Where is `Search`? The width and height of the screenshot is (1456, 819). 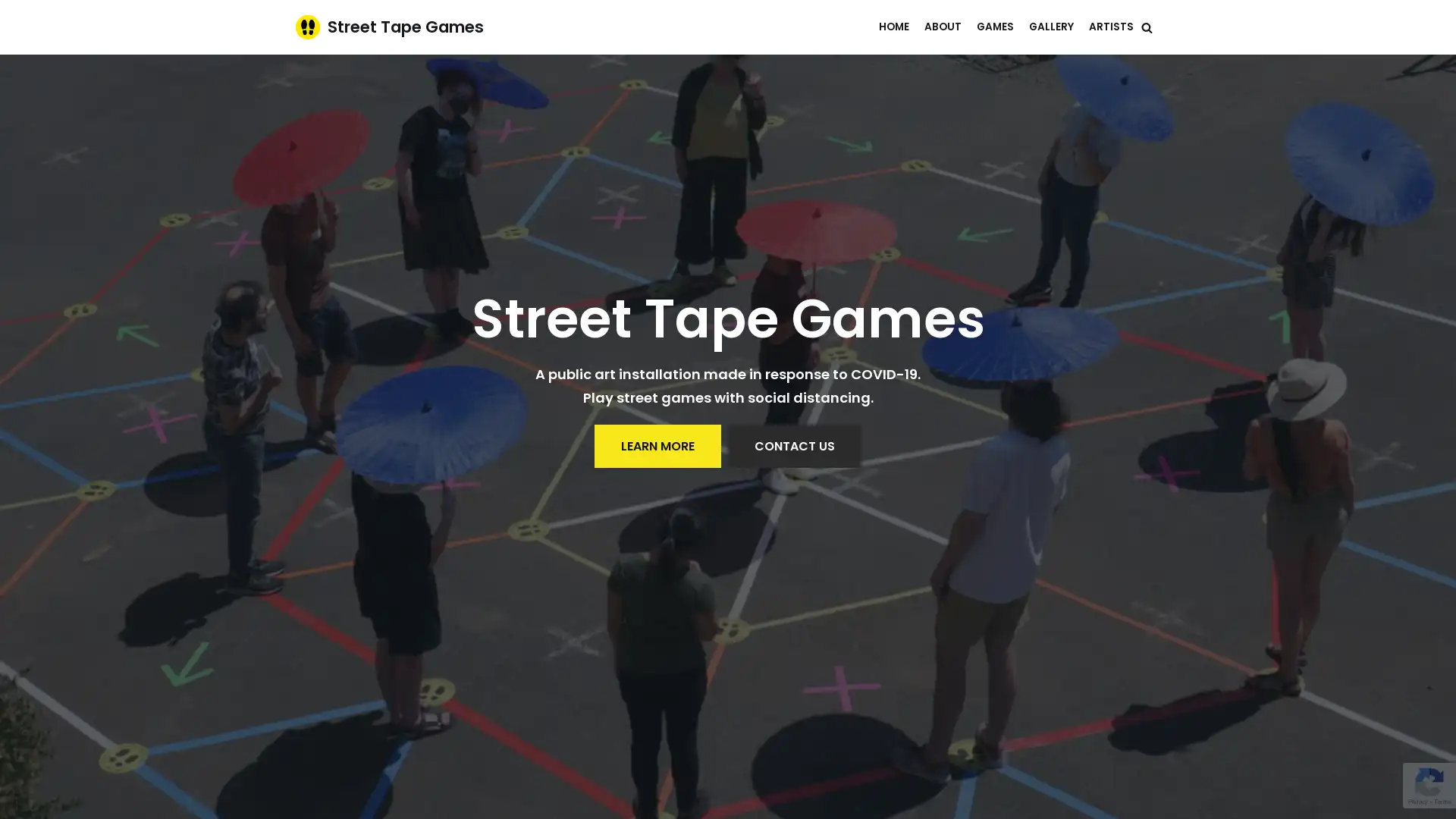
Search is located at coordinates (1147, 27).